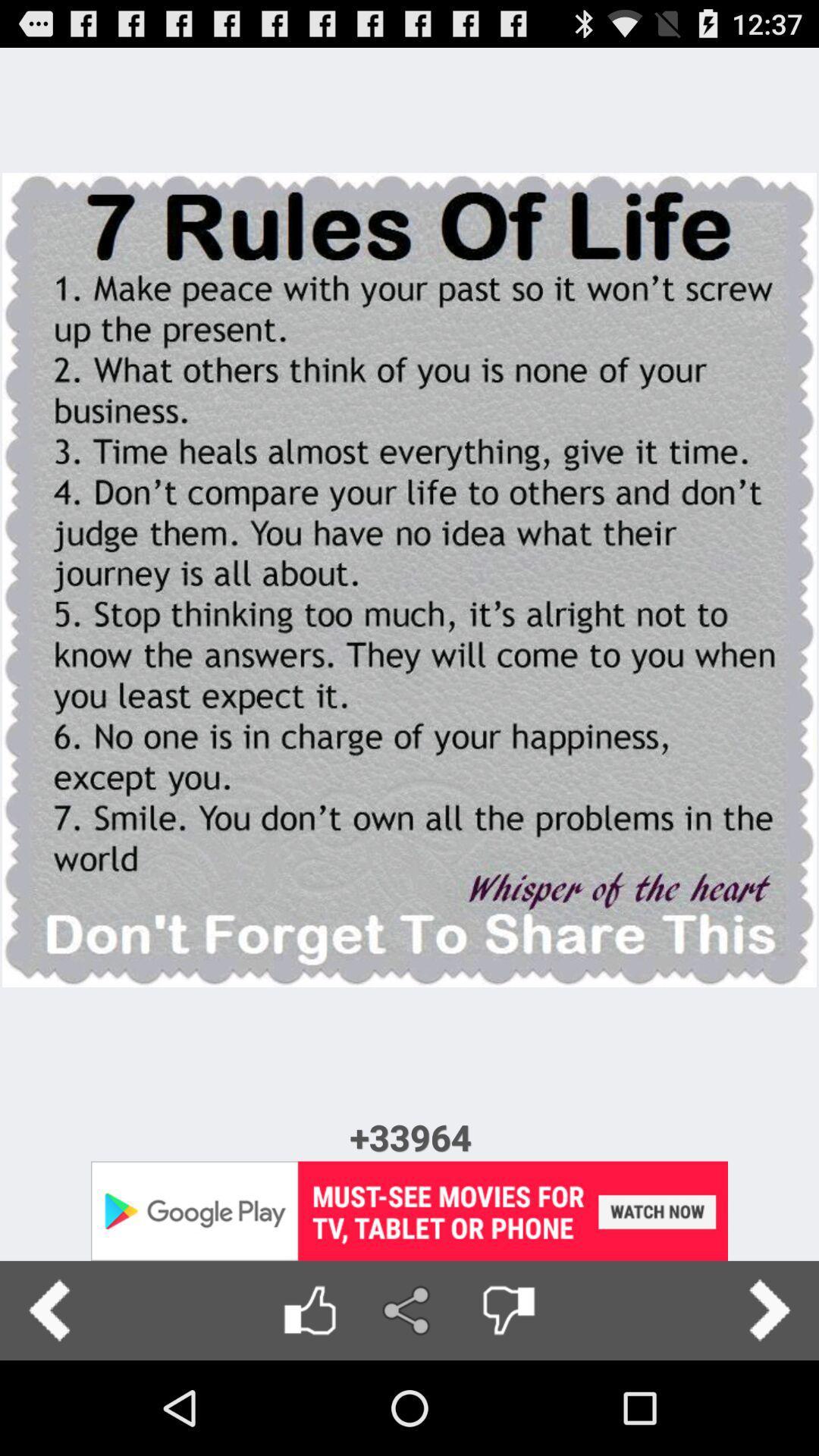 Image resolution: width=819 pixels, height=1456 pixels. Describe the element at coordinates (769, 1310) in the screenshot. I see `the next` at that location.